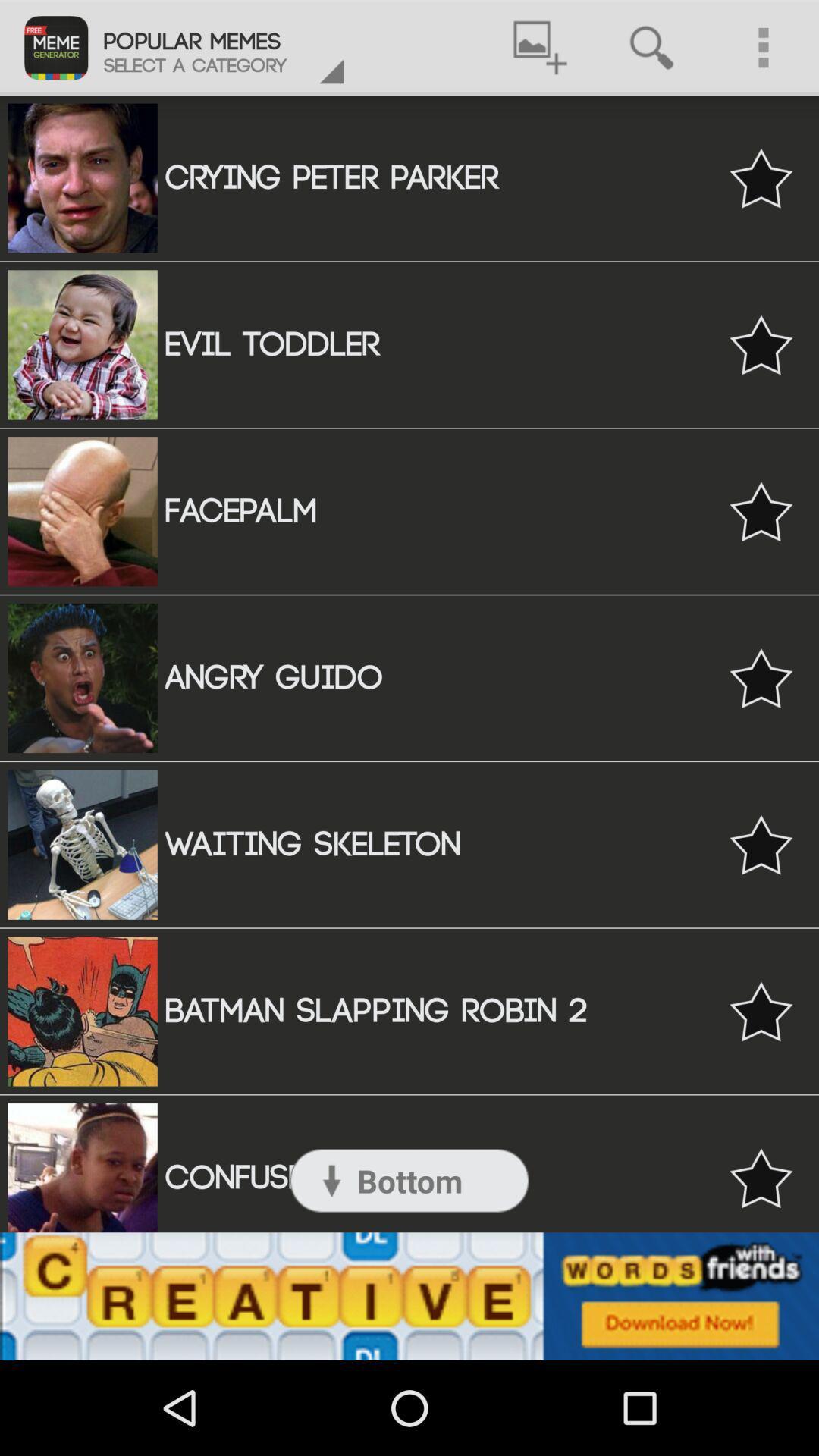 The height and width of the screenshot is (1456, 819). Describe the element at coordinates (761, 511) in the screenshot. I see `this meme` at that location.